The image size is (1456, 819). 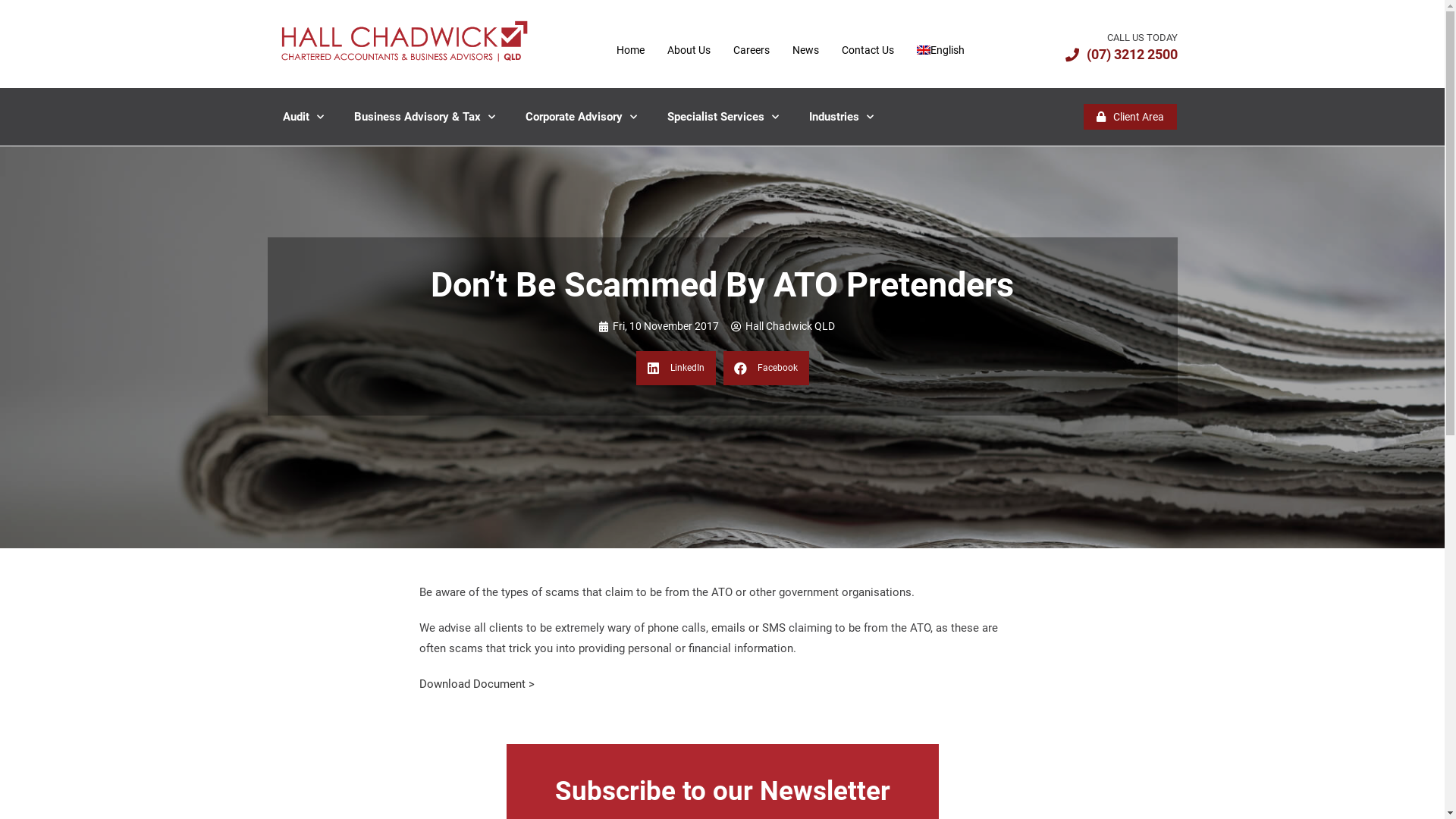 What do you see at coordinates (688, 49) in the screenshot?
I see `'About Us'` at bounding box center [688, 49].